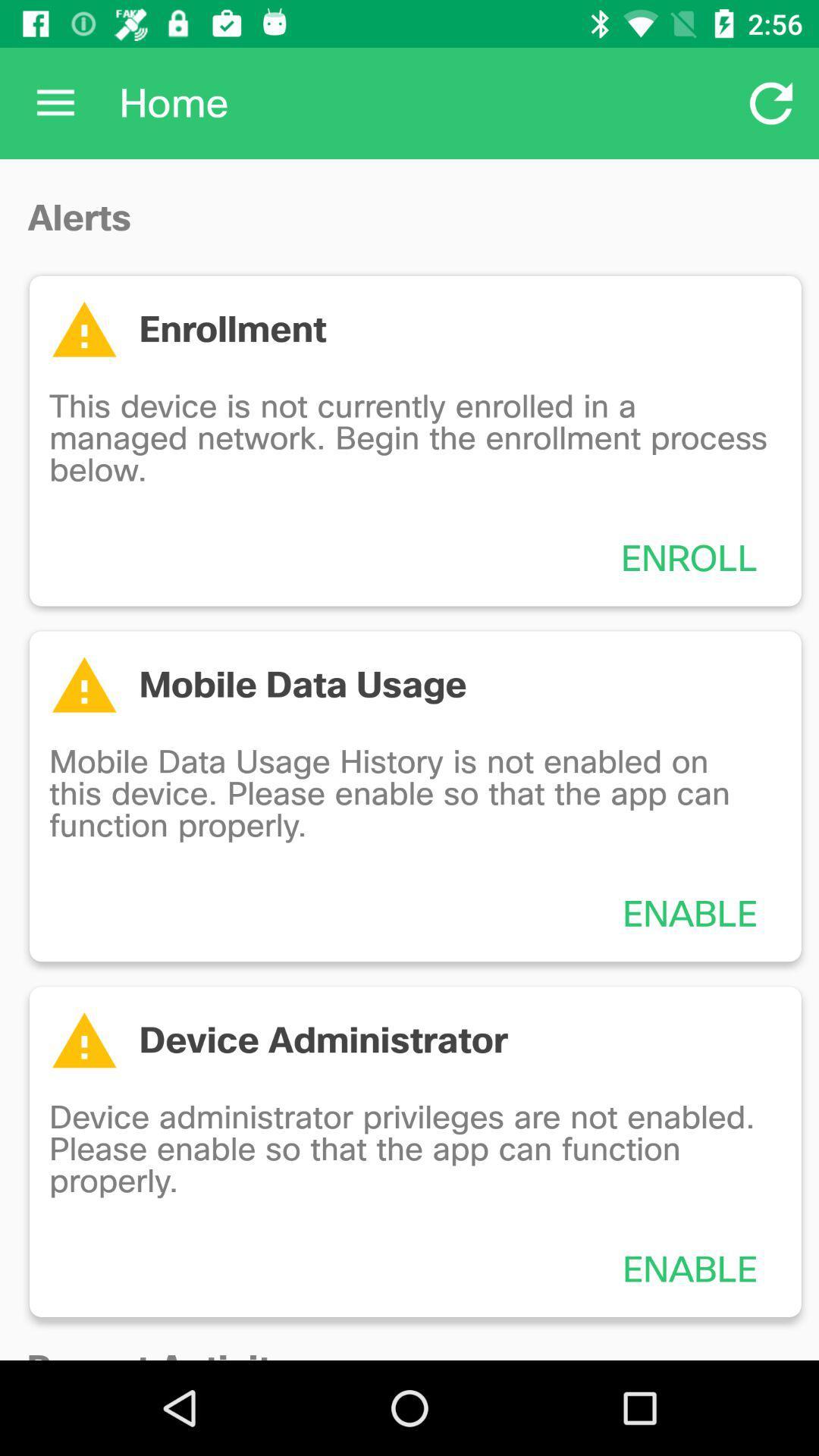  Describe the element at coordinates (771, 102) in the screenshot. I see `item above the enrollment item` at that location.